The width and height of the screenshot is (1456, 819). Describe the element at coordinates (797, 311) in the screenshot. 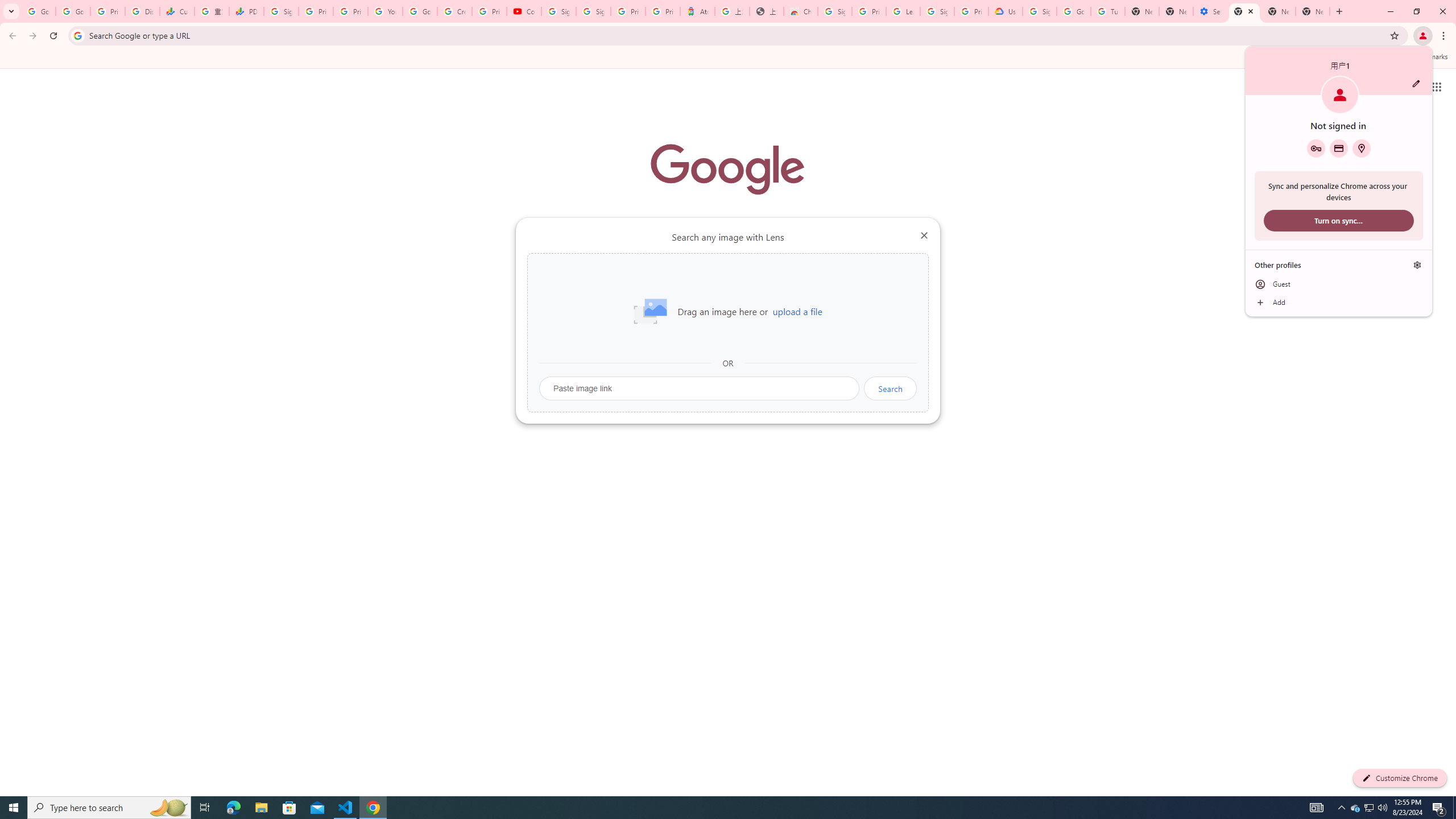

I see `'upload a file'` at that location.